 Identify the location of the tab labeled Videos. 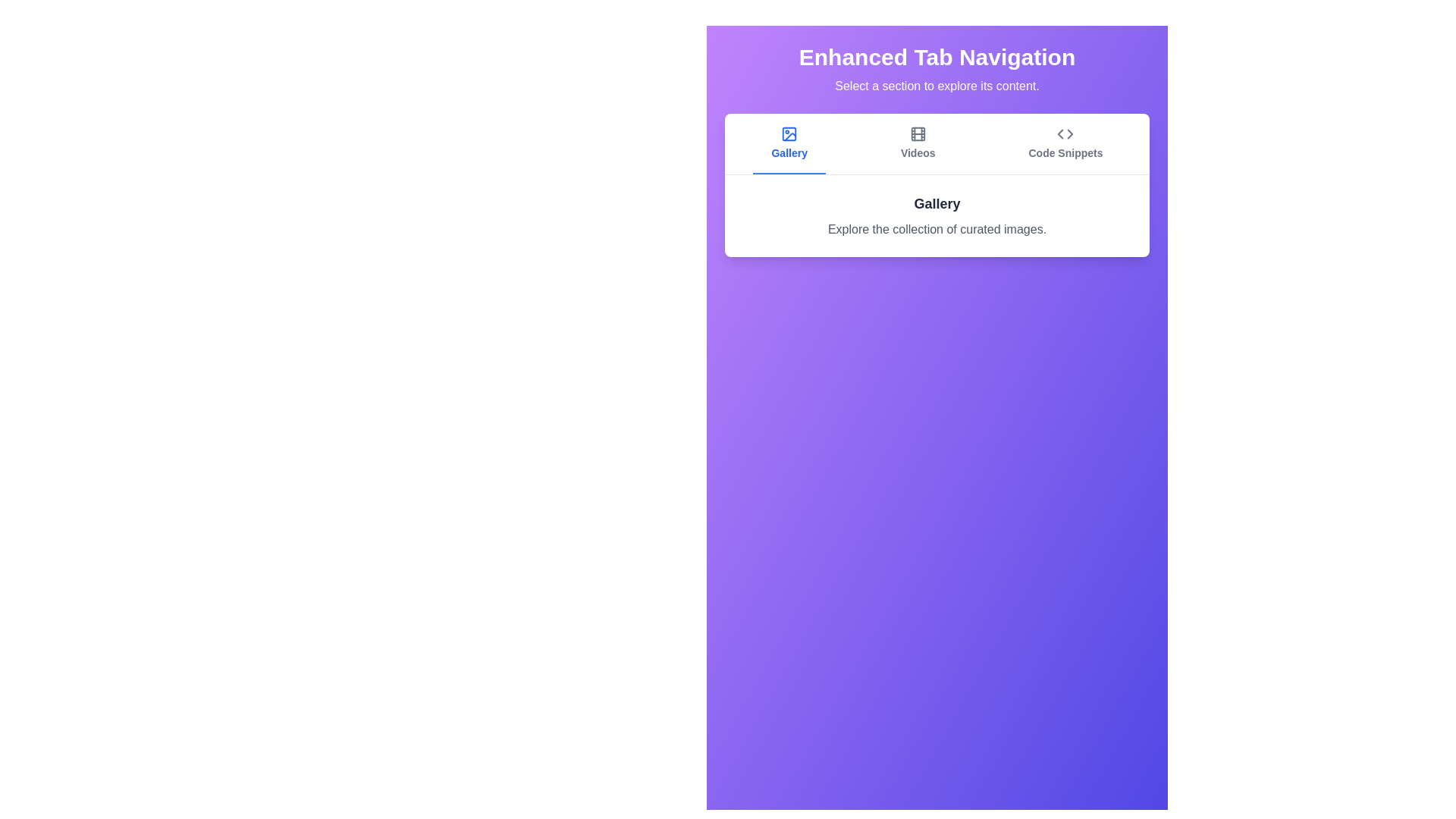
(916, 143).